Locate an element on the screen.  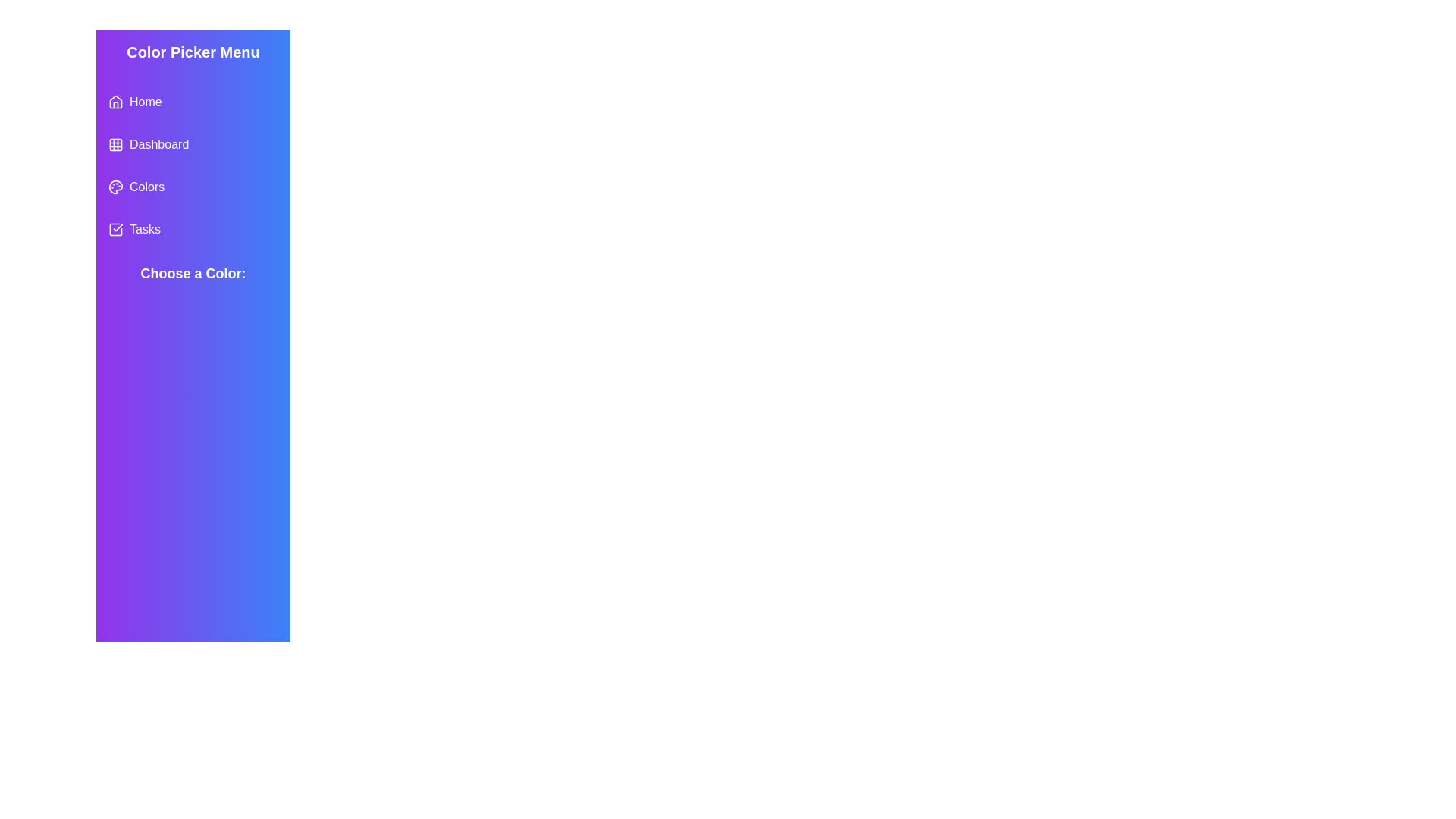
the central rectangular grid cell of the SVG-based icon to interact with the grid option is located at coordinates (115, 145).